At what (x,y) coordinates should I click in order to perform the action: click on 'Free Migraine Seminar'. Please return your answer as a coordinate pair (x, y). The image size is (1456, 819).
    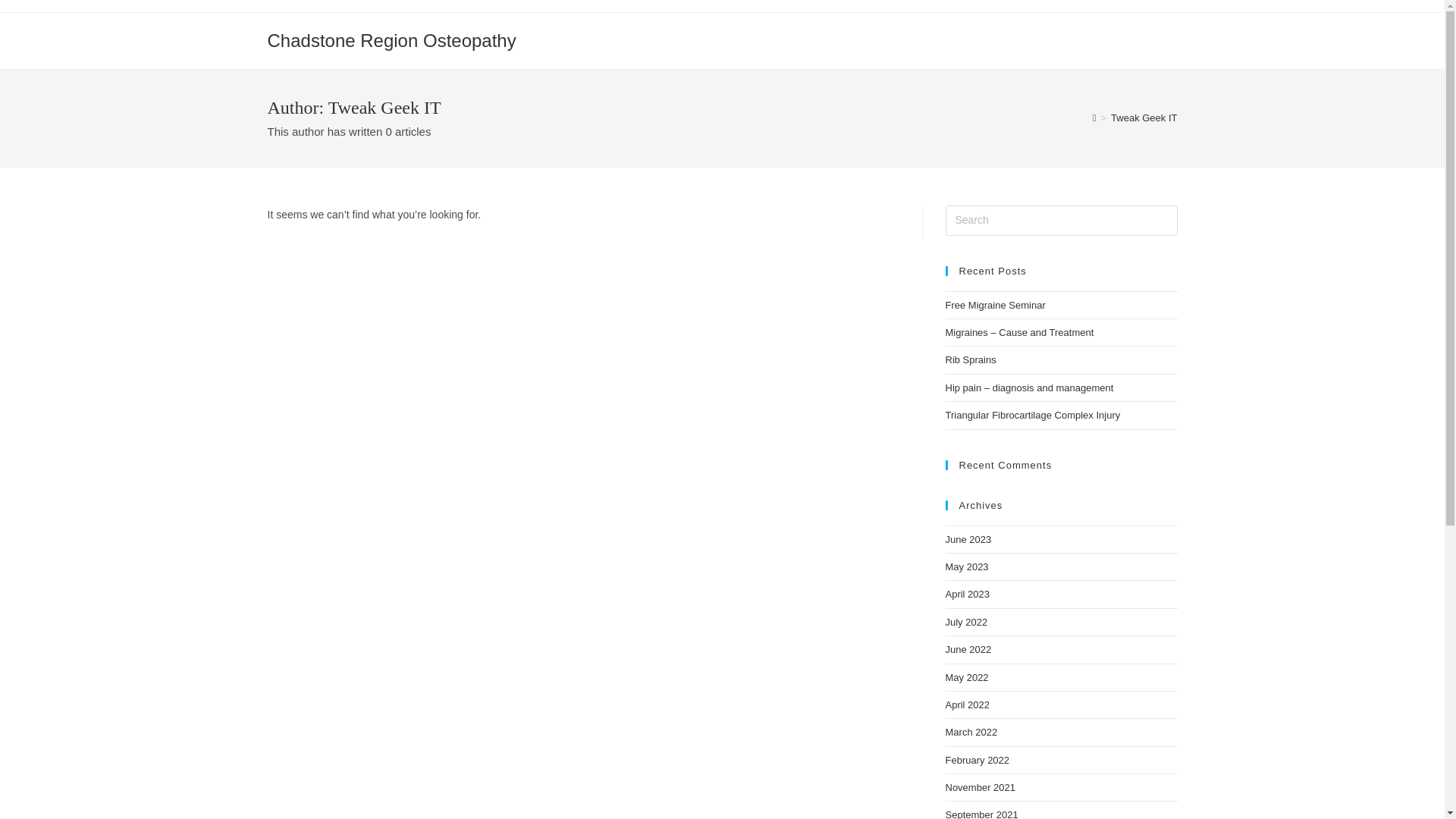
    Looking at the image, I should click on (994, 305).